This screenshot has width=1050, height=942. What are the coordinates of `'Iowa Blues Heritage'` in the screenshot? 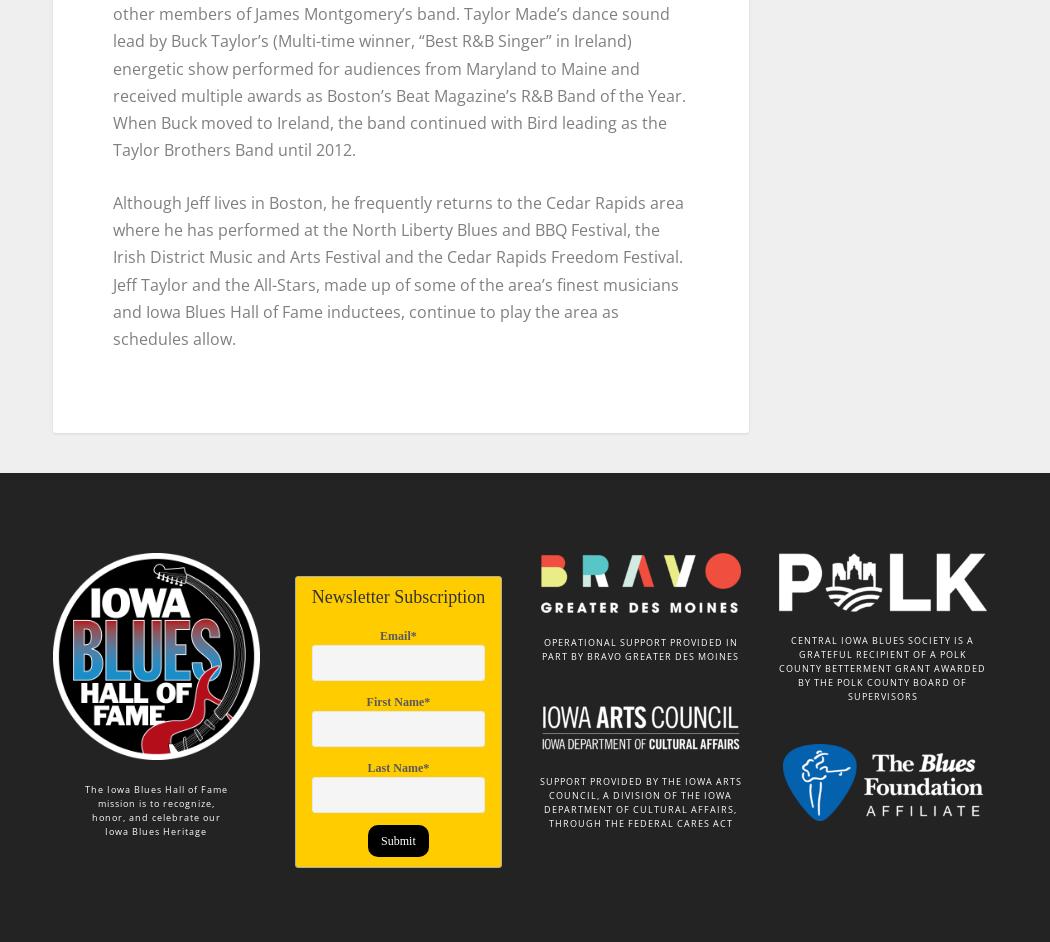 It's located at (105, 820).